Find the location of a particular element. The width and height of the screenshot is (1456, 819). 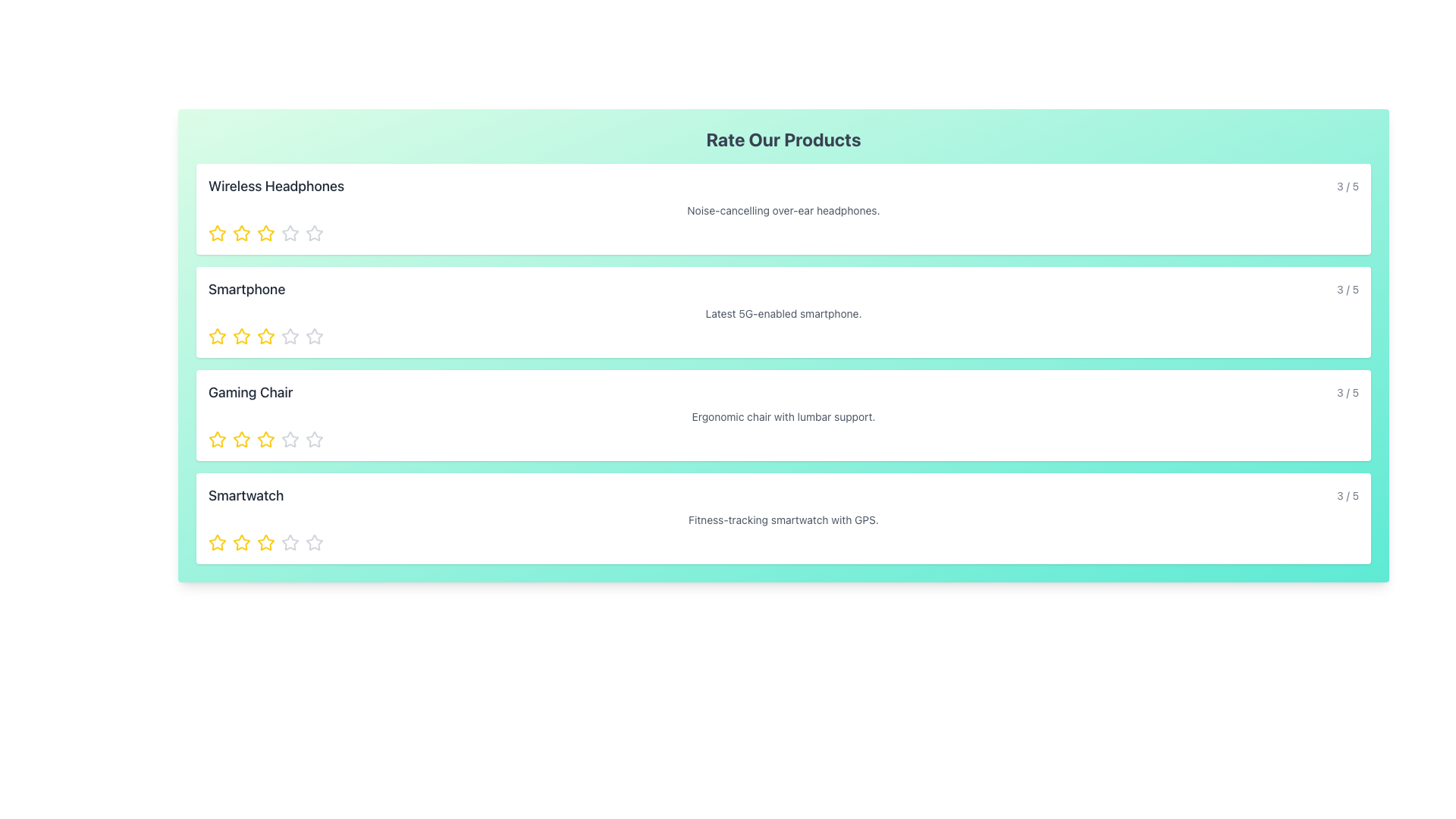

the second star icon in the rating row for the 'Smartwatch' product is located at coordinates (240, 542).